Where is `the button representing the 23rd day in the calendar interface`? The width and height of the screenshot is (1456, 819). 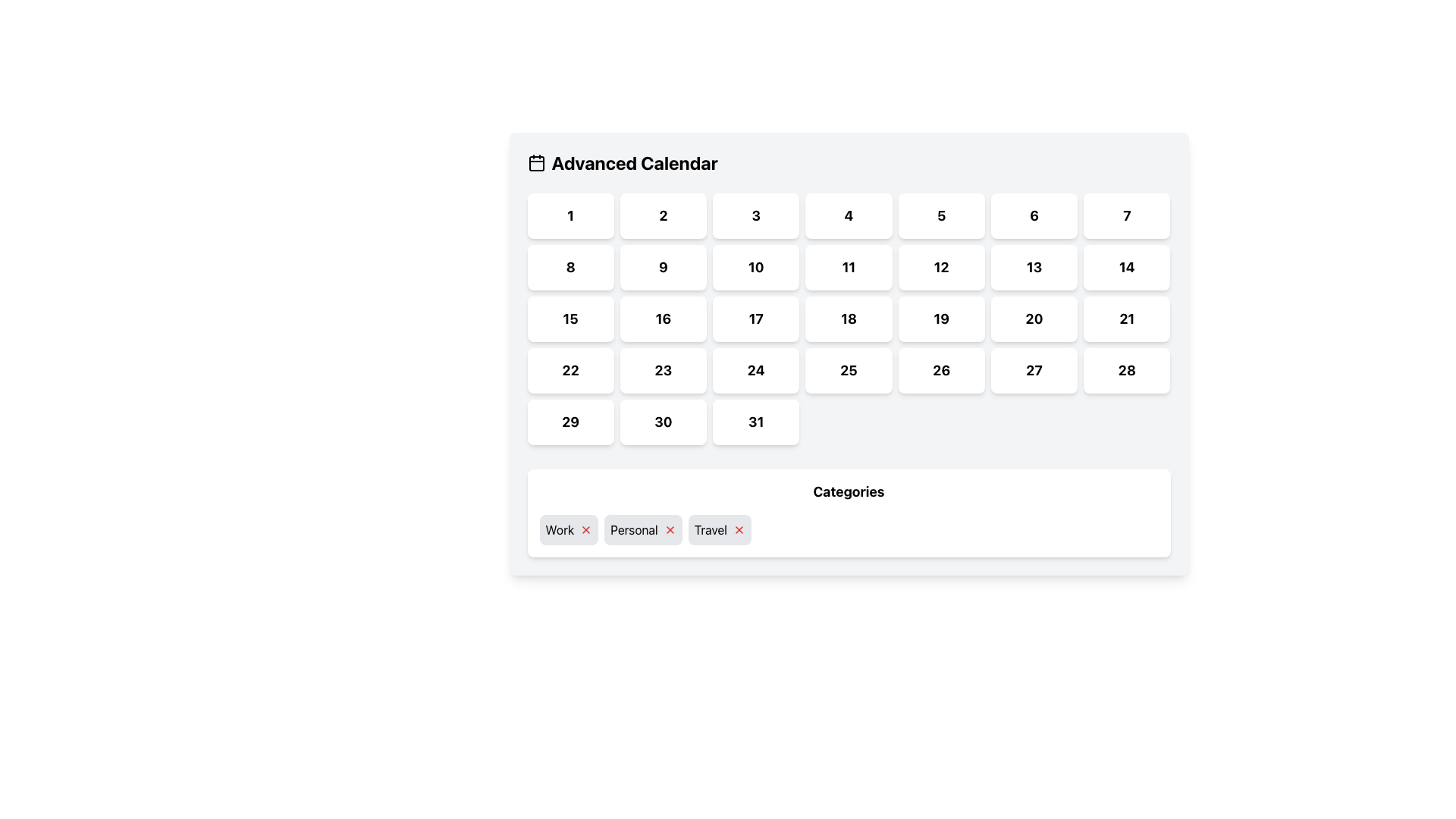
the button representing the 23rd day in the calendar interface is located at coordinates (663, 371).